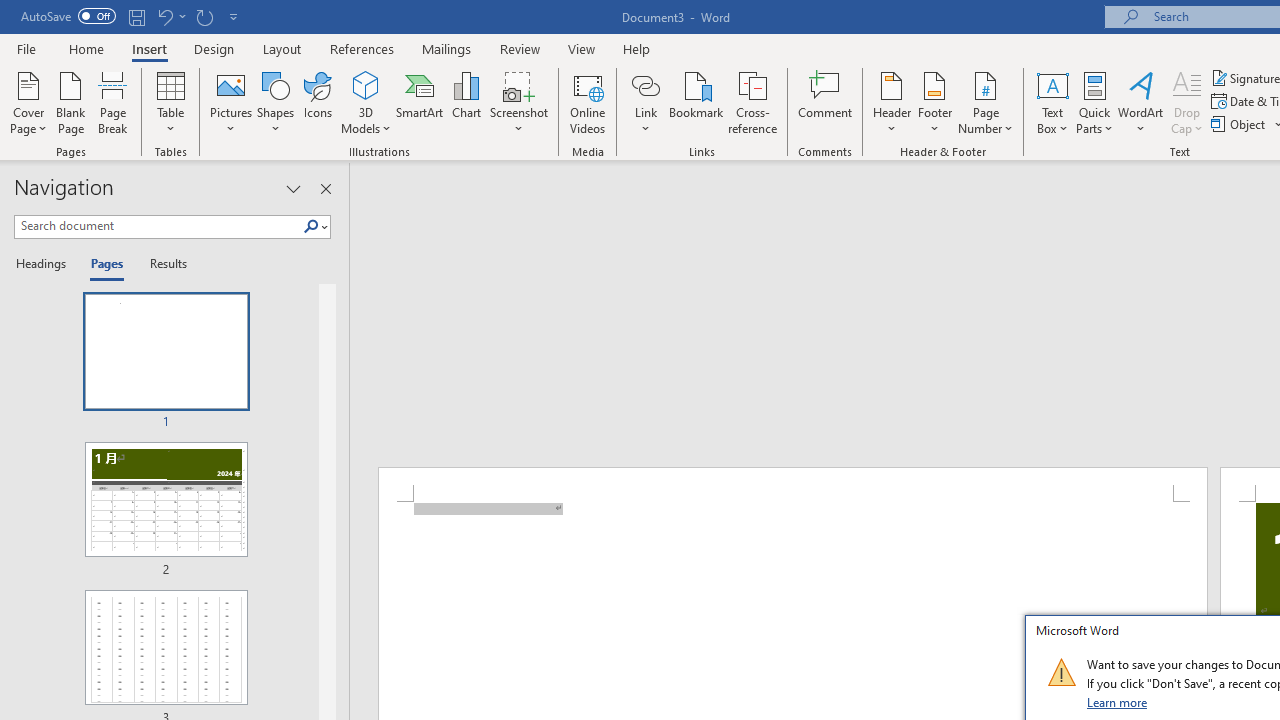 Image resolution: width=1280 pixels, height=720 pixels. What do you see at coordinates (1051, 103) in the screenshot?
I see `'Text Box'` at bounding box center [1051, 103].